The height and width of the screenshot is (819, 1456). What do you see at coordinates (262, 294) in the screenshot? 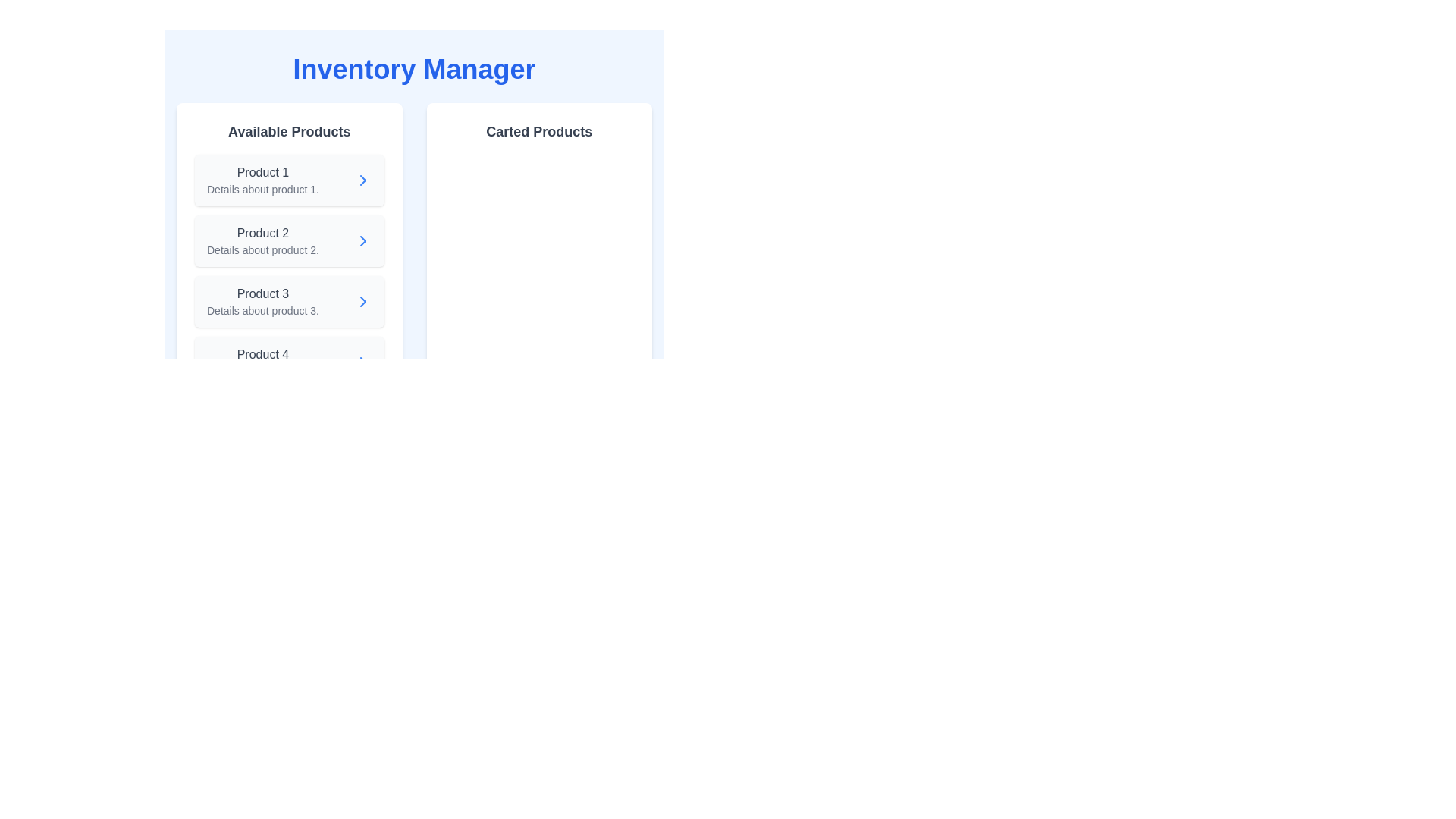
I see `the static text label displaying 'Product 3', which is styled in medium gray font on a light background and is located above the description for 'Details about product 3'` at bounding box center [262, 294].